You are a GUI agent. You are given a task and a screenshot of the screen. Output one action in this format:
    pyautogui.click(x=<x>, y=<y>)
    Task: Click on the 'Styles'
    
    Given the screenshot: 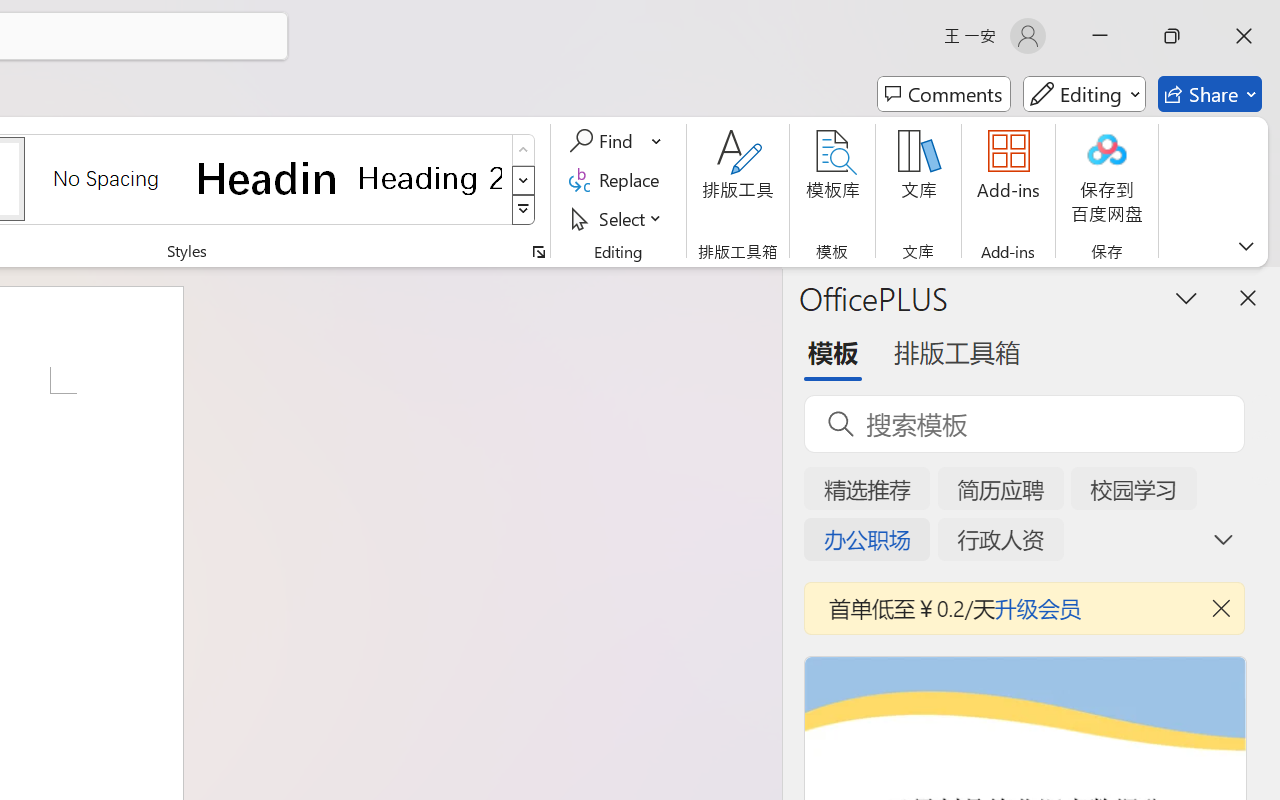 What is the action you would take?
    pyautogui.click(x=523, y=210)
    